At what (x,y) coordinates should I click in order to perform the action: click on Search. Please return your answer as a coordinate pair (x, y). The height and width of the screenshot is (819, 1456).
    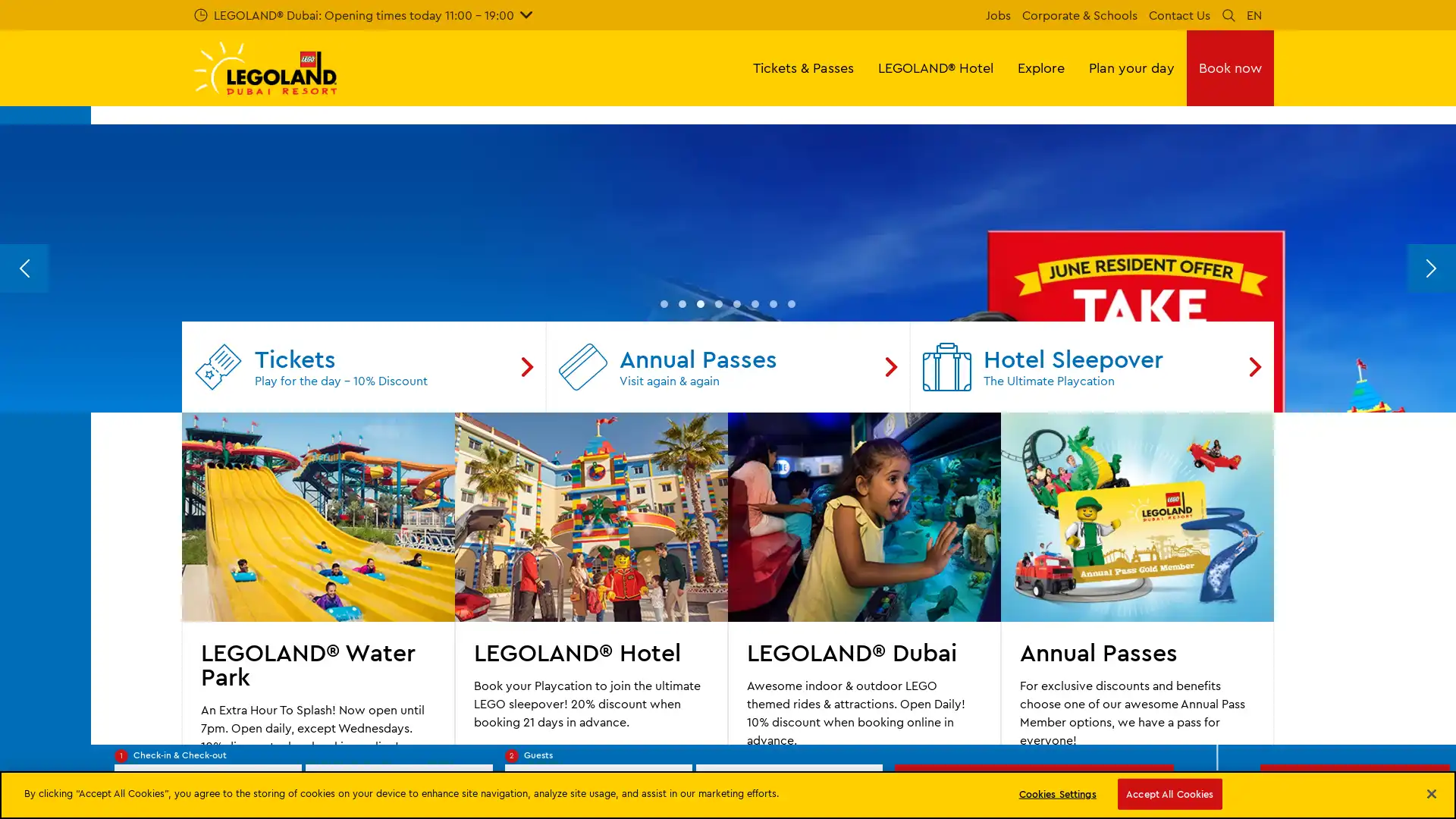
    Looking at the image, I should click on (1033, 786).